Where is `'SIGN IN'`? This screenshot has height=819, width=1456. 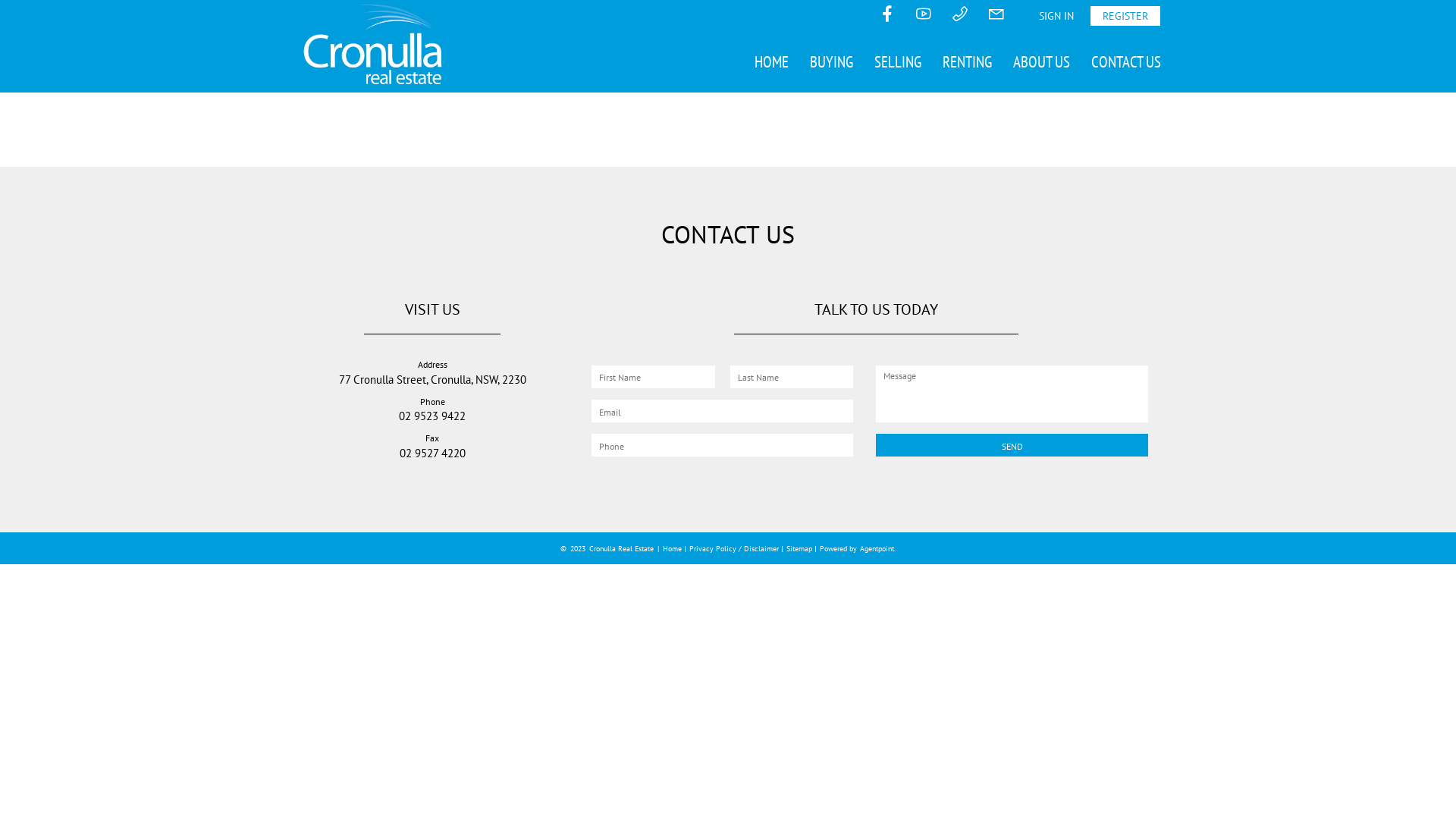
'SIGN IN' is located at coordinates (1030, 15).